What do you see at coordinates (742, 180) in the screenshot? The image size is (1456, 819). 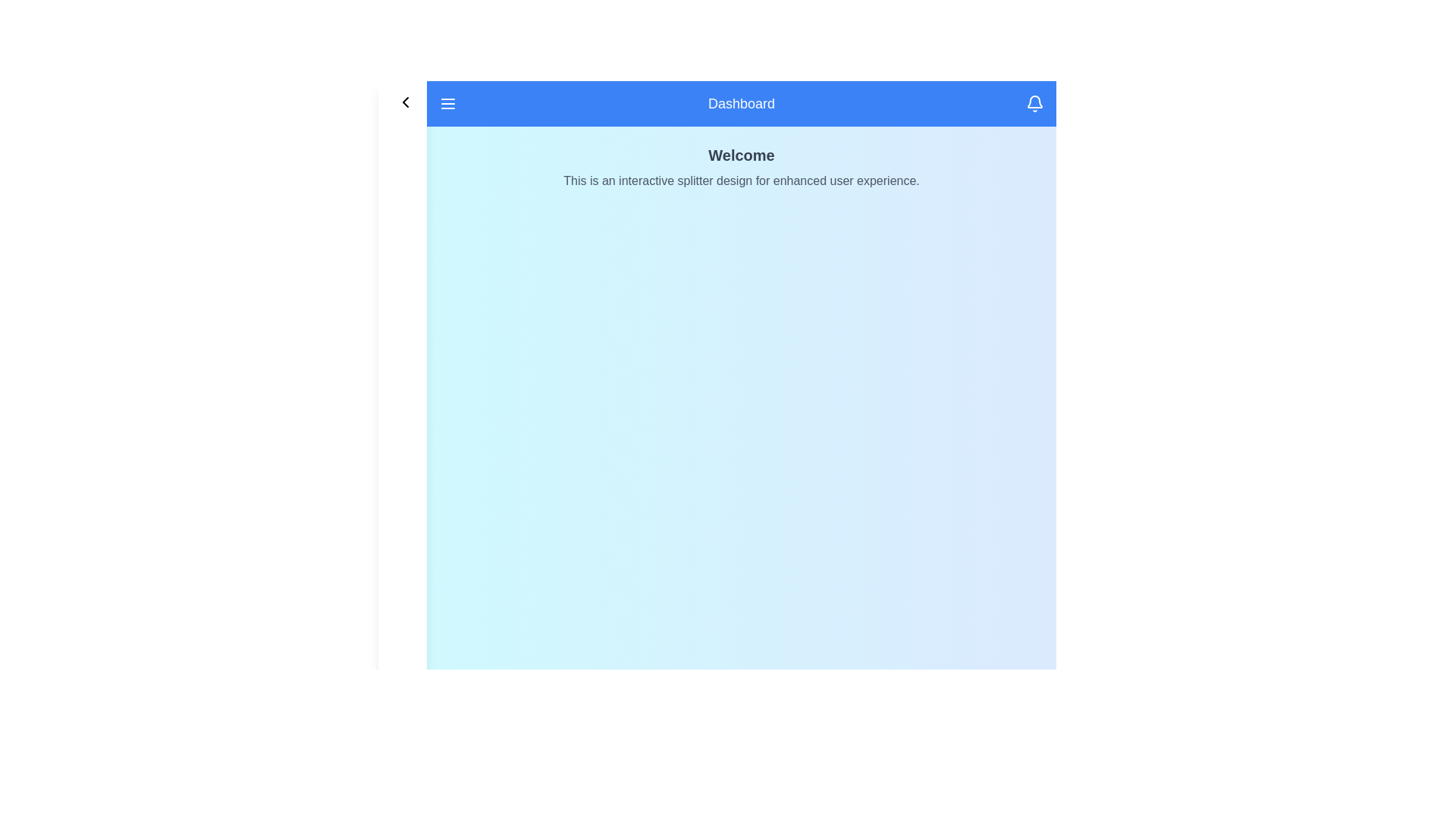 I see `the informative description text located directly beneath the 'Welcome' text, which provides additional context to the message` at bounding box center [742, 180].